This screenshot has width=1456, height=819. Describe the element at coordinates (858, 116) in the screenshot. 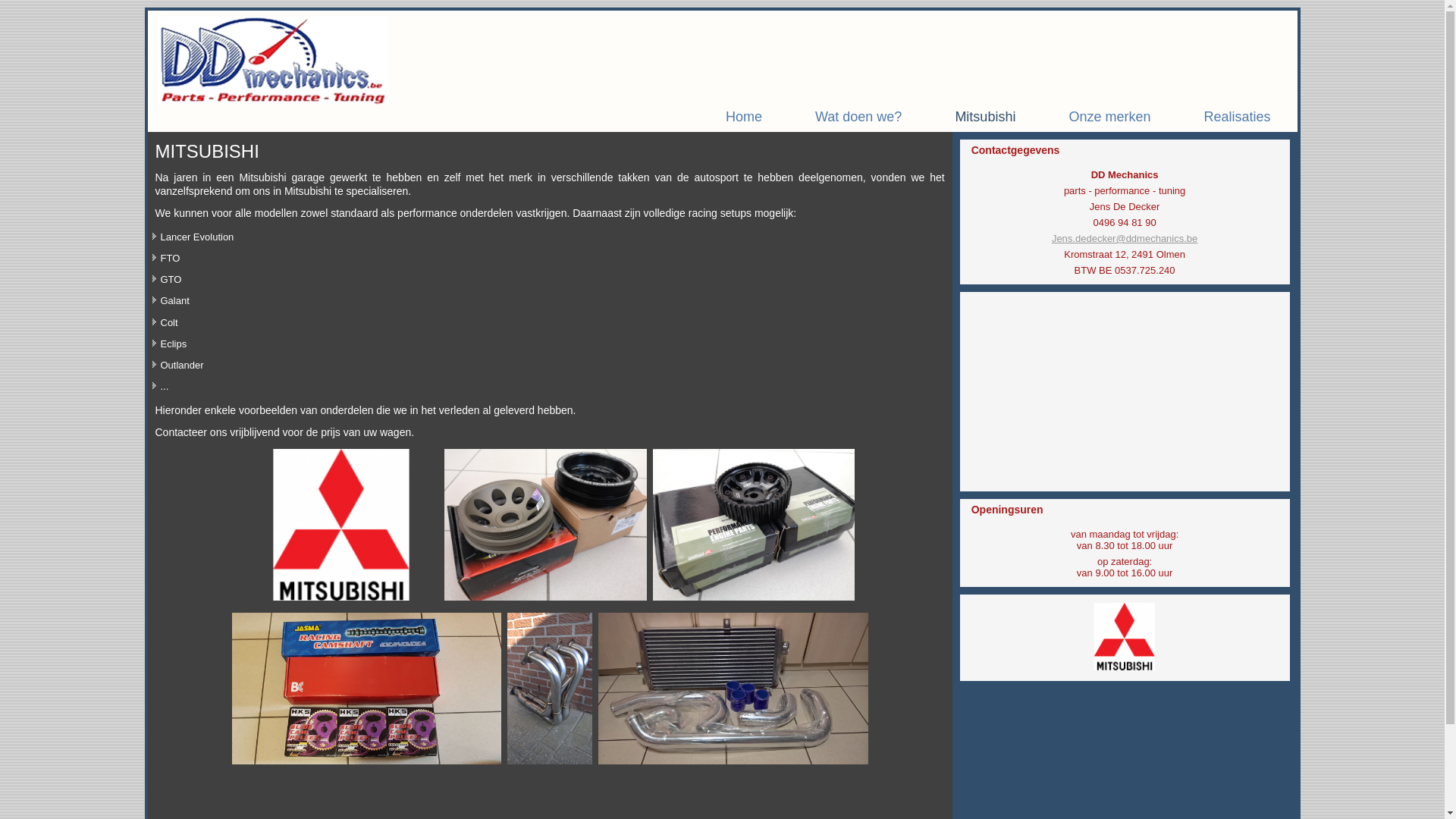

I see `'Wat doen we?'` at that location.